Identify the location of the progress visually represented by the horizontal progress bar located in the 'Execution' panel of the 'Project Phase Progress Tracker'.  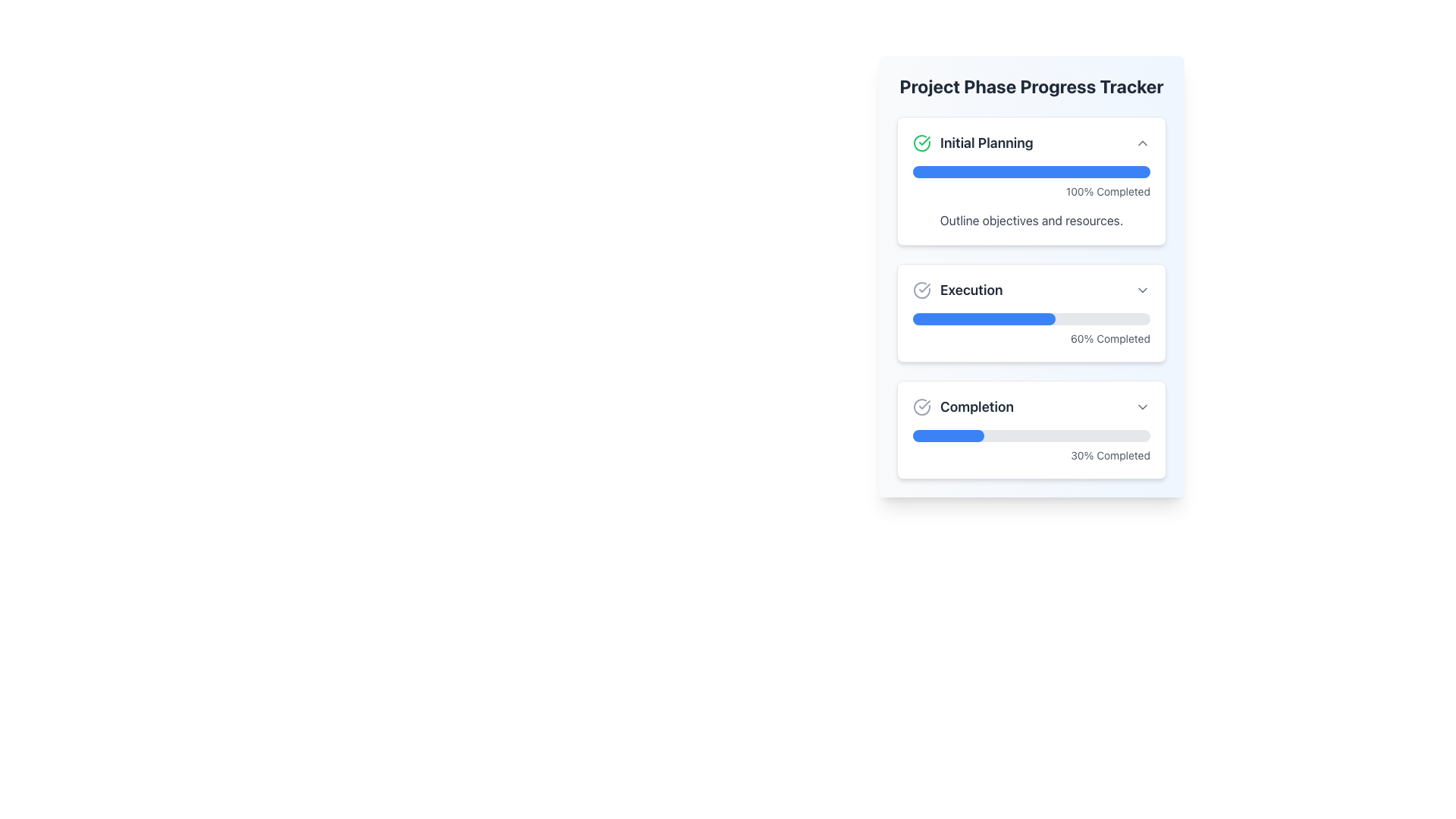
(1031, 318).